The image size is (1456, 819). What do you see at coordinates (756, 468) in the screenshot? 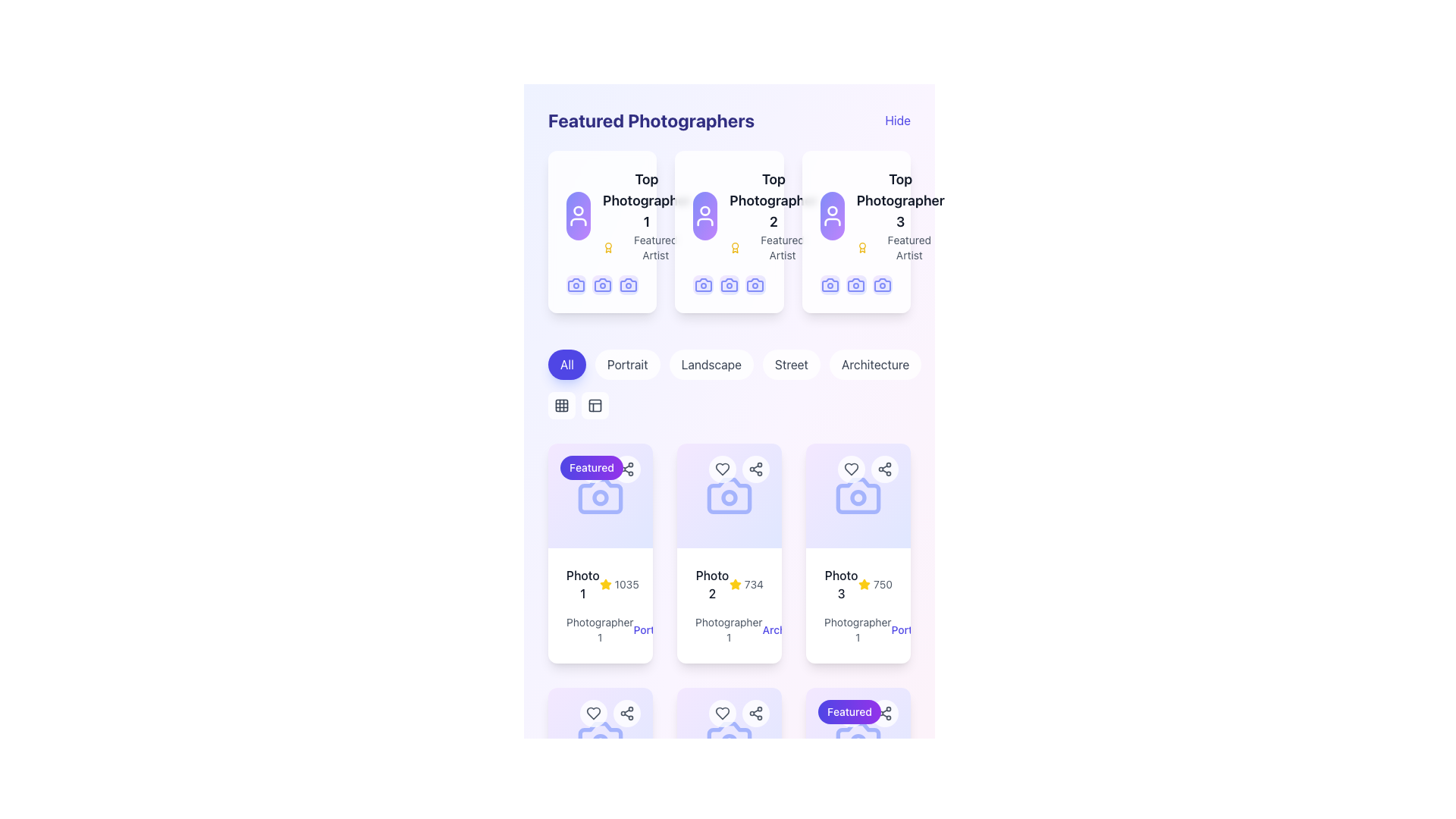
I see `the share icon located at the top-right corner of the card titled 'Photo 2', which allows sharing of the associated content` at bounding box center [756, 468].